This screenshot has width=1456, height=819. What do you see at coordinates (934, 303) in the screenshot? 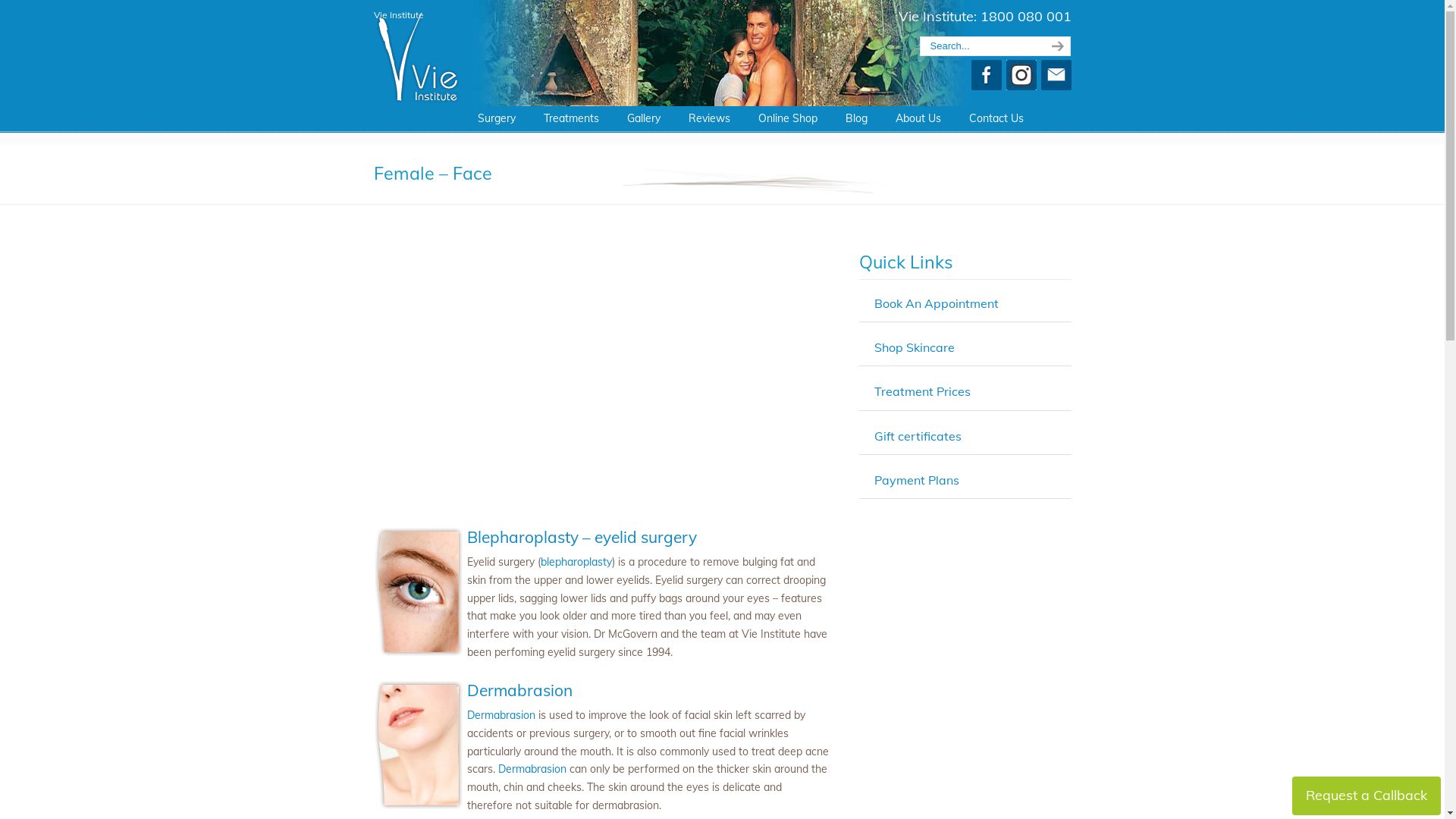
I see `'Book An Appointment'` at bounding box center [934, 303].